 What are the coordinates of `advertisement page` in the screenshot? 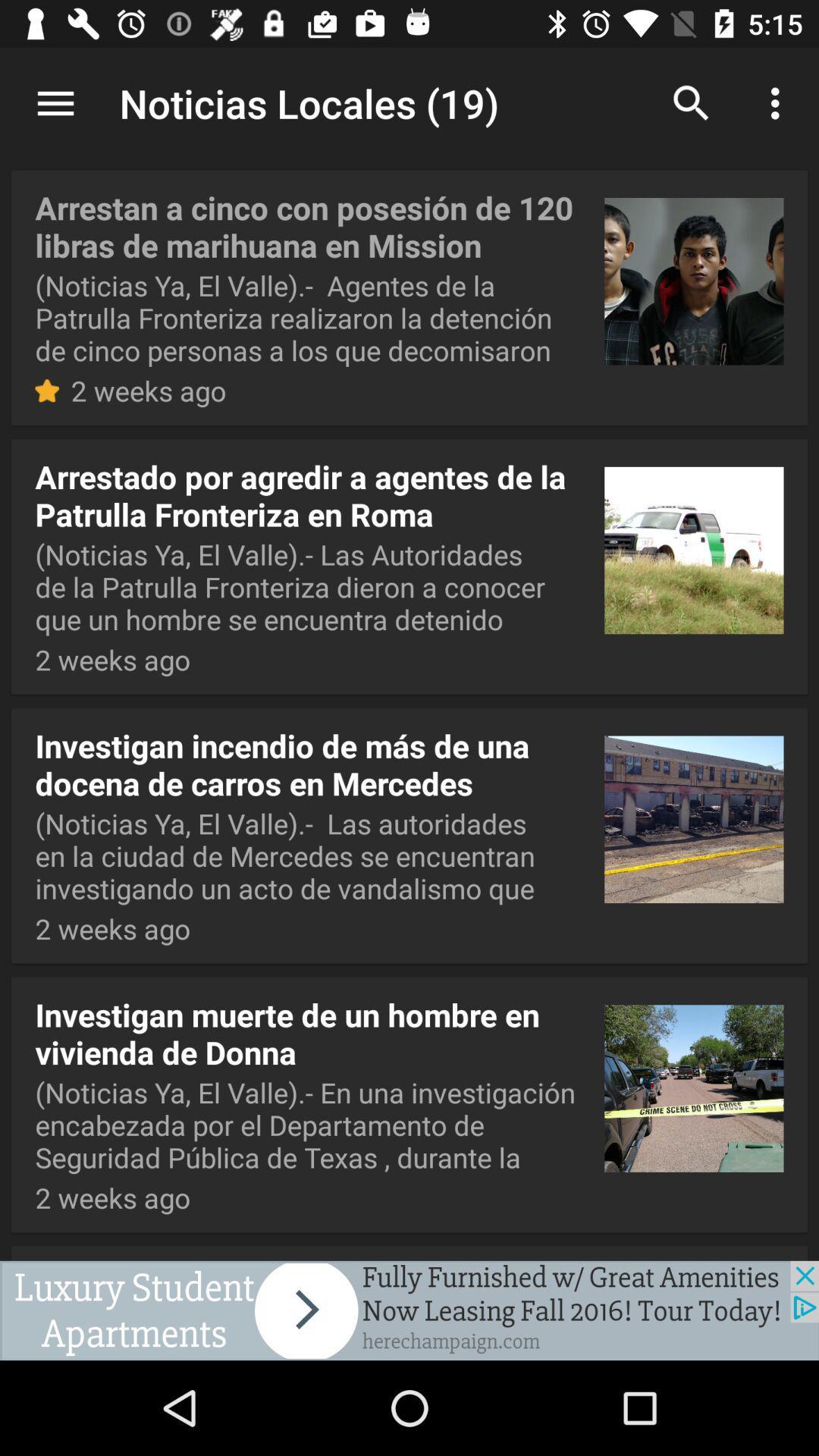 It's located at (409, 1310).